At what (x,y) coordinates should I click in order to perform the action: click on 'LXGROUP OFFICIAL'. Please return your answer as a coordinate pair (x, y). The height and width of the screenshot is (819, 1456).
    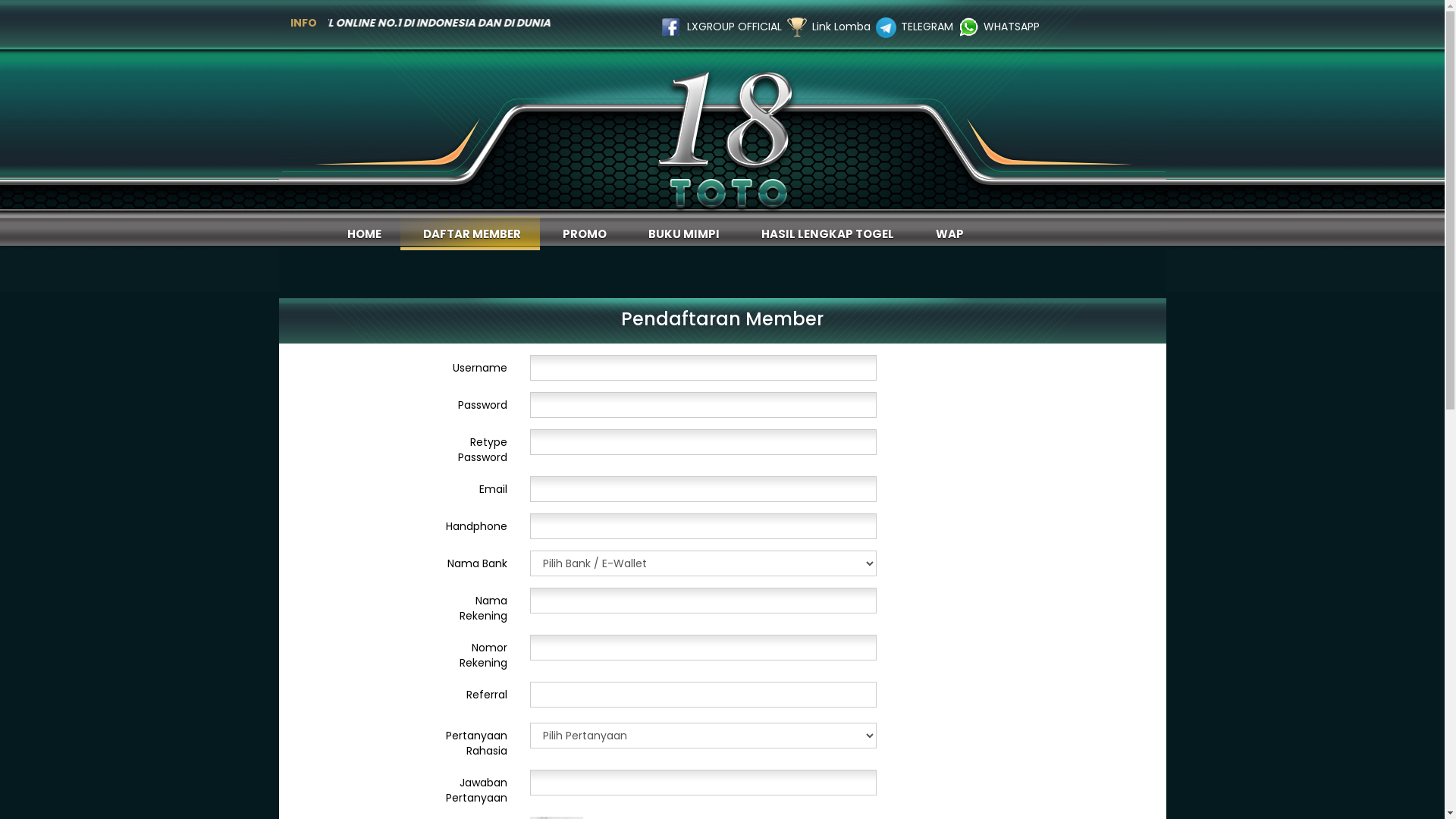
    Looking at the image, I should click on (734, 26).